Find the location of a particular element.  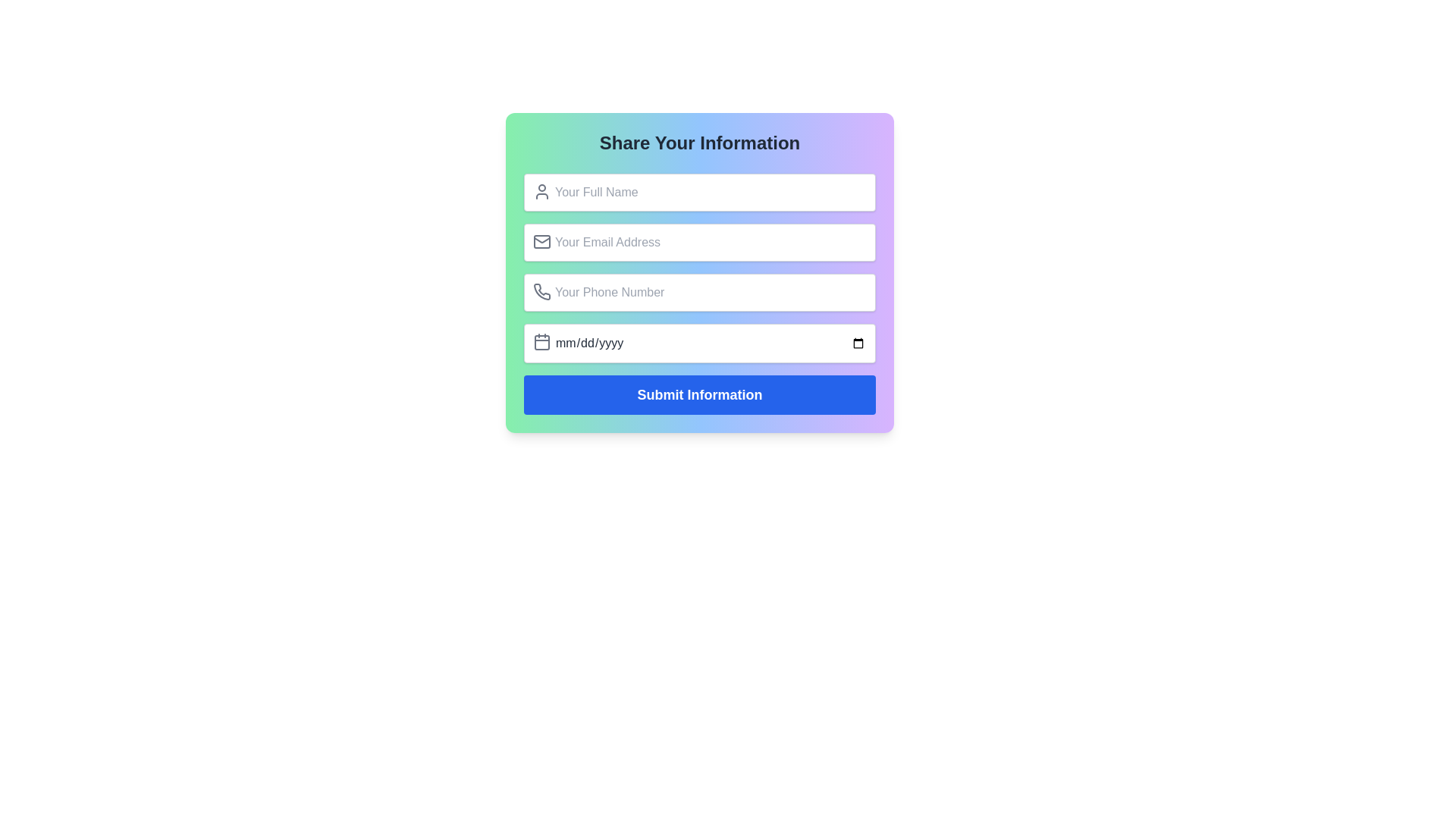

the small telephone handset icon with a gray outline located on the left side of the 'Your Phone Number' input field is located at coordinates (542, 292).